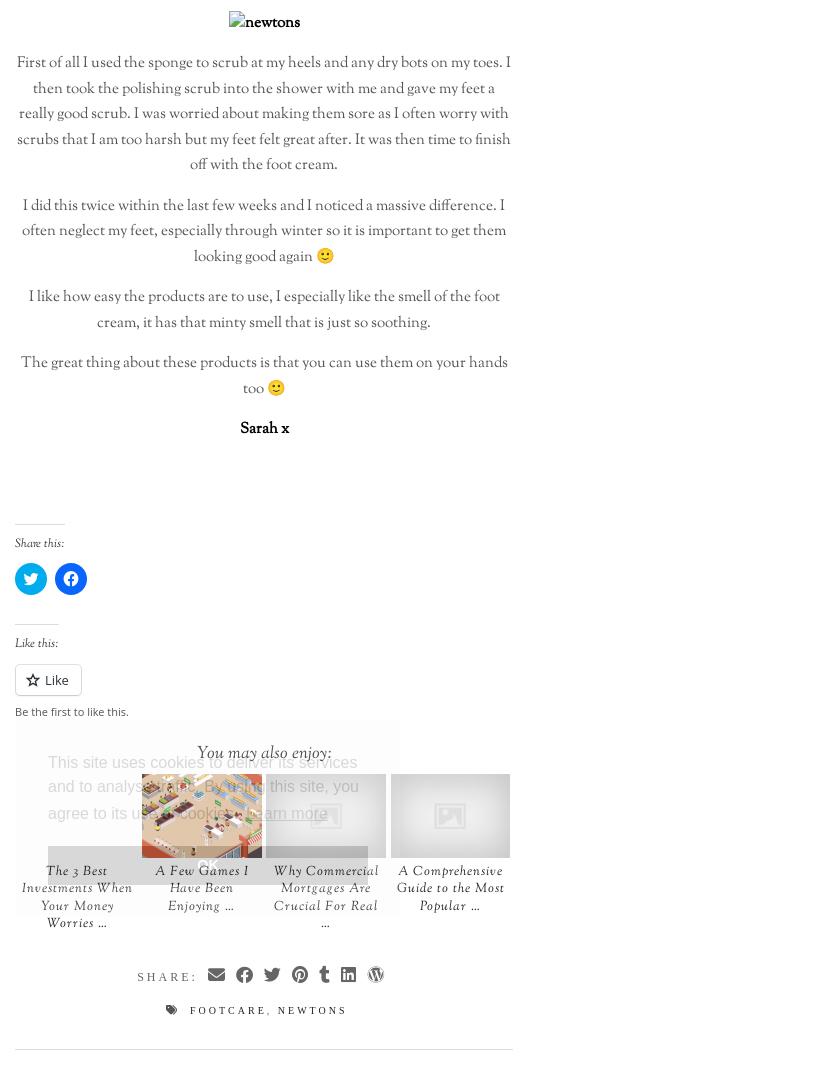 Image resolution: width=815 pixels, height=1067 pixels. I want to click on 'I did this twice within the last few weeks and I noticed a massive difference. I often neglect my feet, especially through winter so it is important to get them looking good again 🙂', so click(263, 231).